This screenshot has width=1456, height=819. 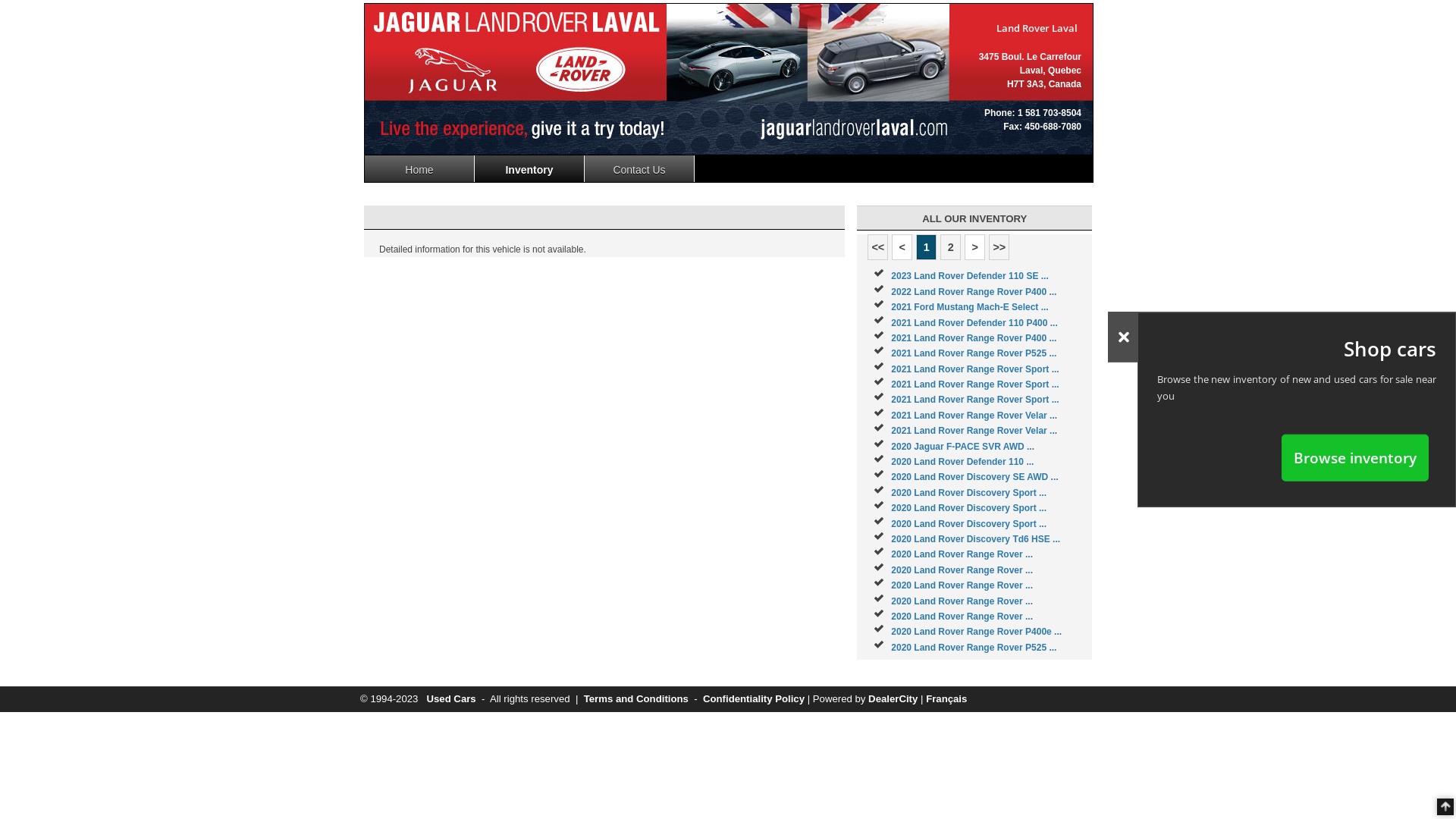 I want to click on '2020 Land Rover Defender 110 ...', so click(x=961, y=461).